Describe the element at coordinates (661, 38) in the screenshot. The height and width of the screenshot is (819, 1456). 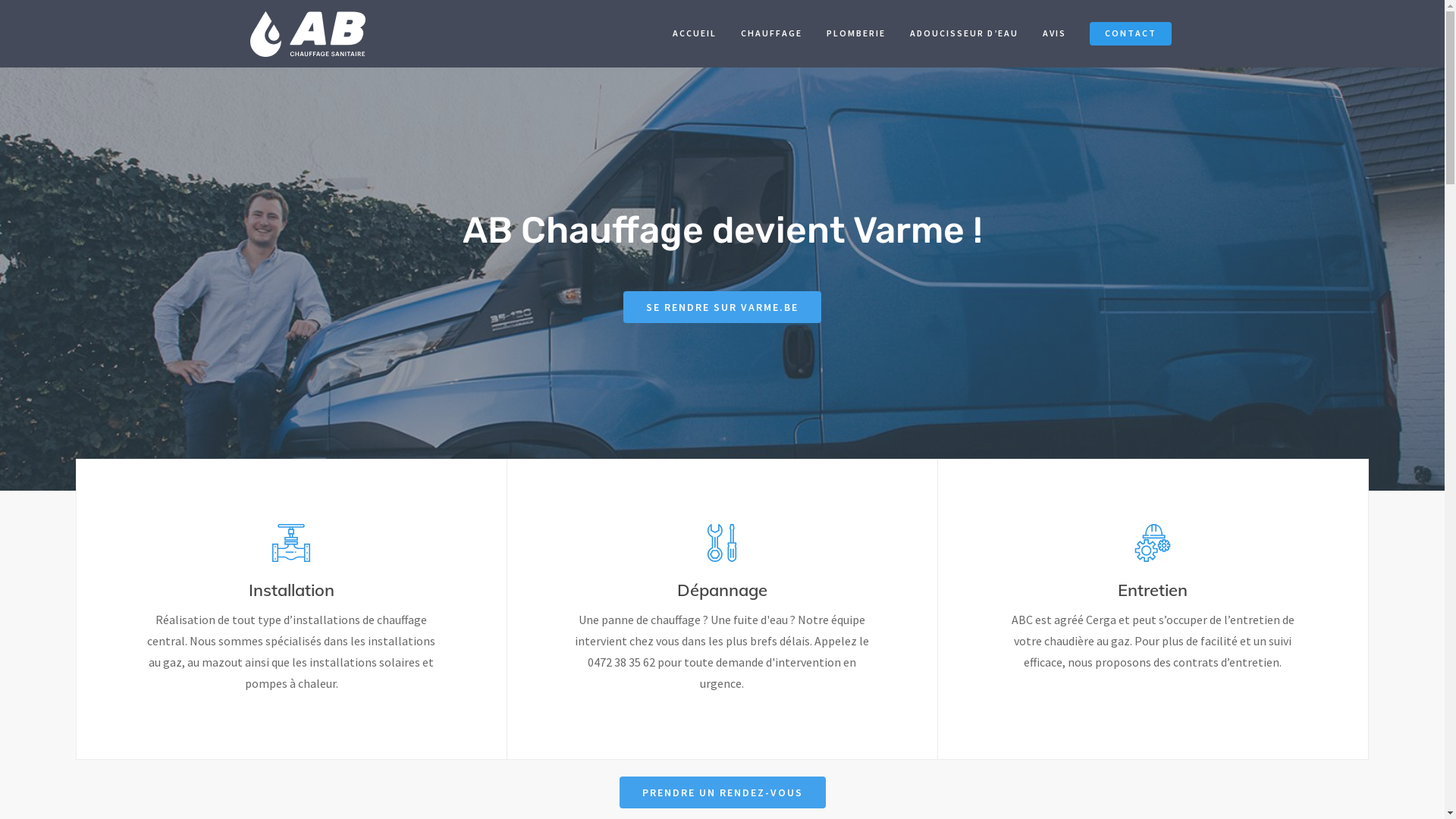
I see `'ACCUEIL'` at that location.